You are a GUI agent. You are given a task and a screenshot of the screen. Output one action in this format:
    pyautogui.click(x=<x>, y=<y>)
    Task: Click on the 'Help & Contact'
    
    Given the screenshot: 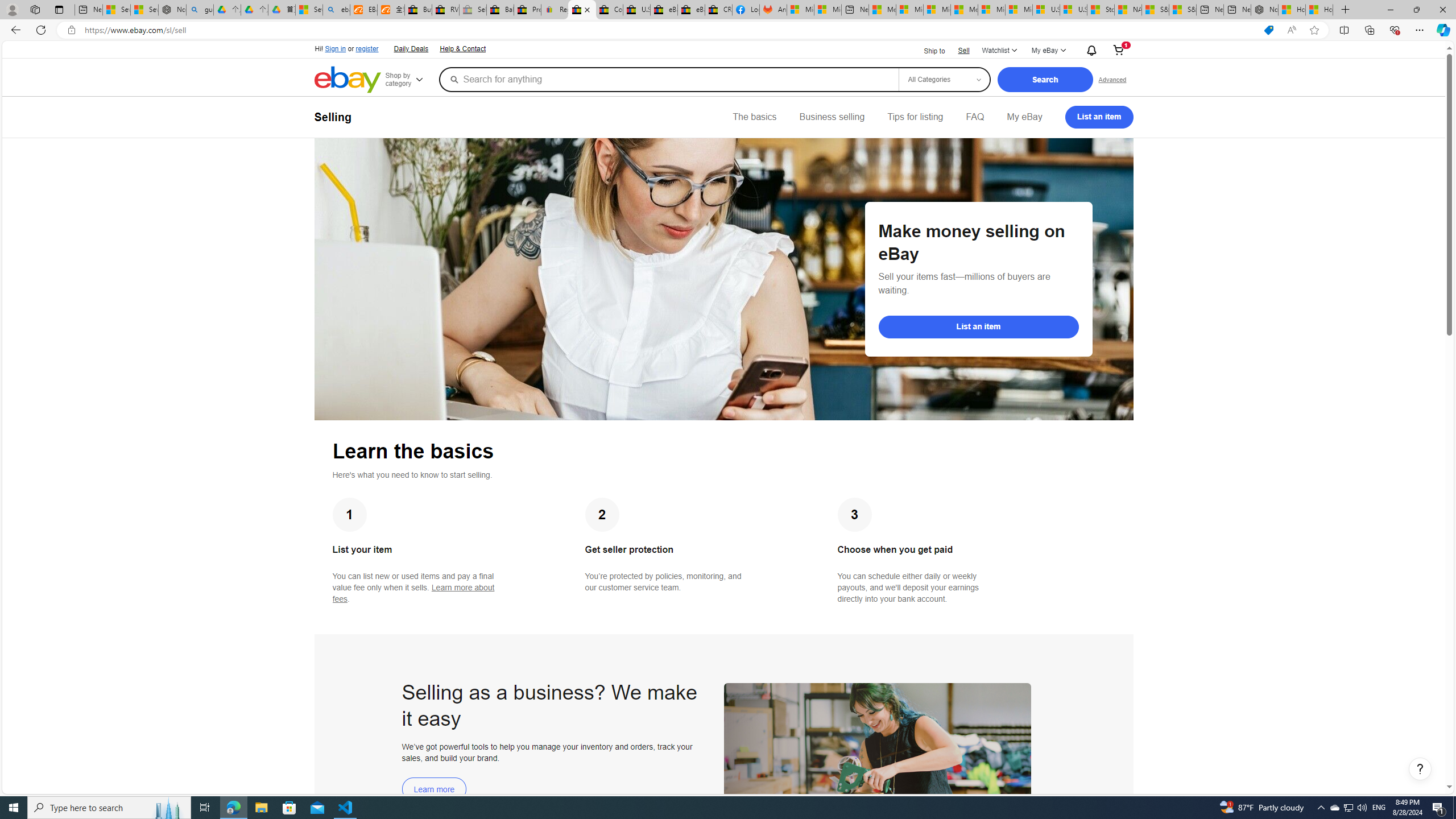 What is the action you would take?
    pyautogui.click(x=463, y=49)
    